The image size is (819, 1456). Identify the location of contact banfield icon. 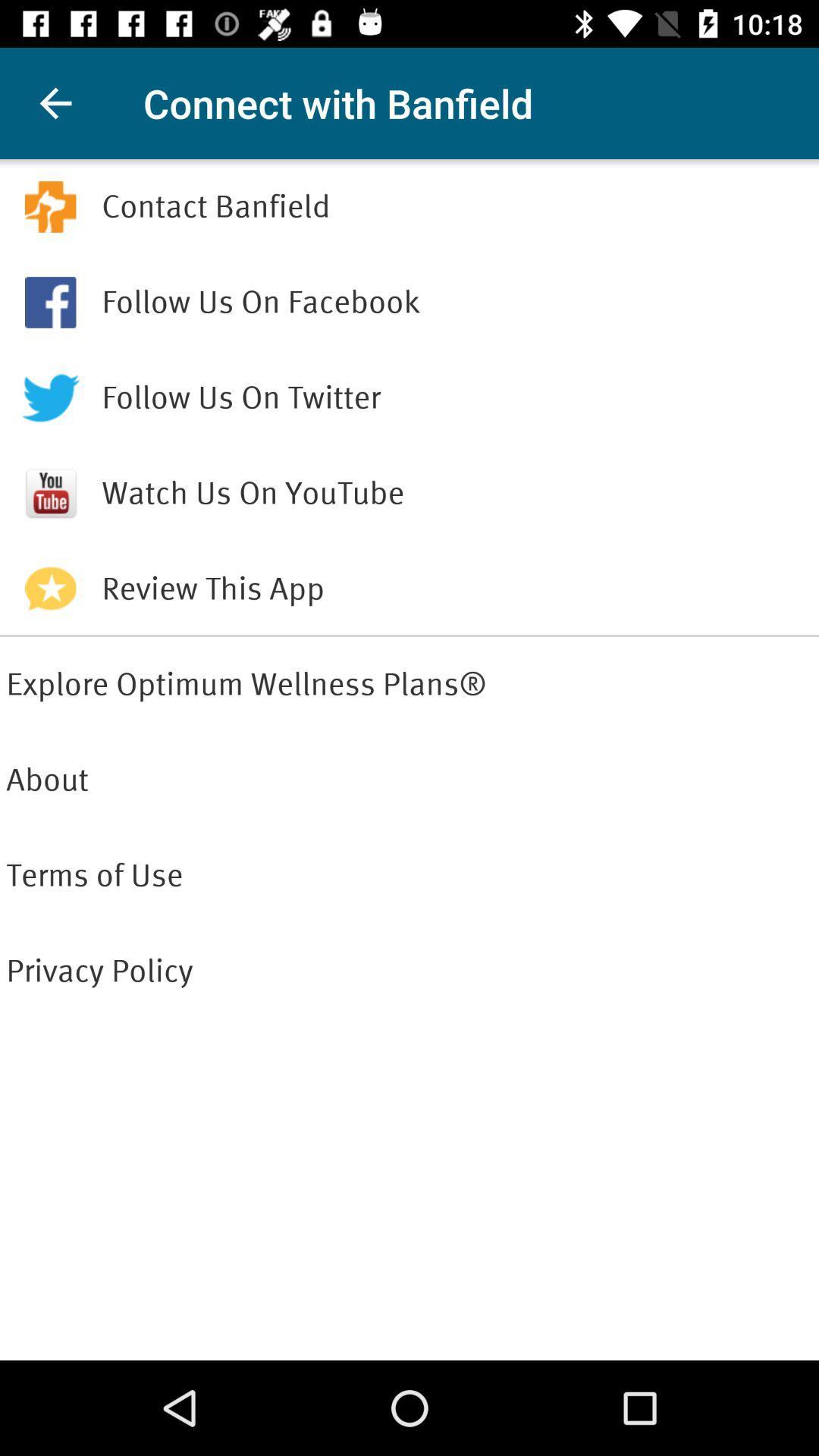
(456, 206).